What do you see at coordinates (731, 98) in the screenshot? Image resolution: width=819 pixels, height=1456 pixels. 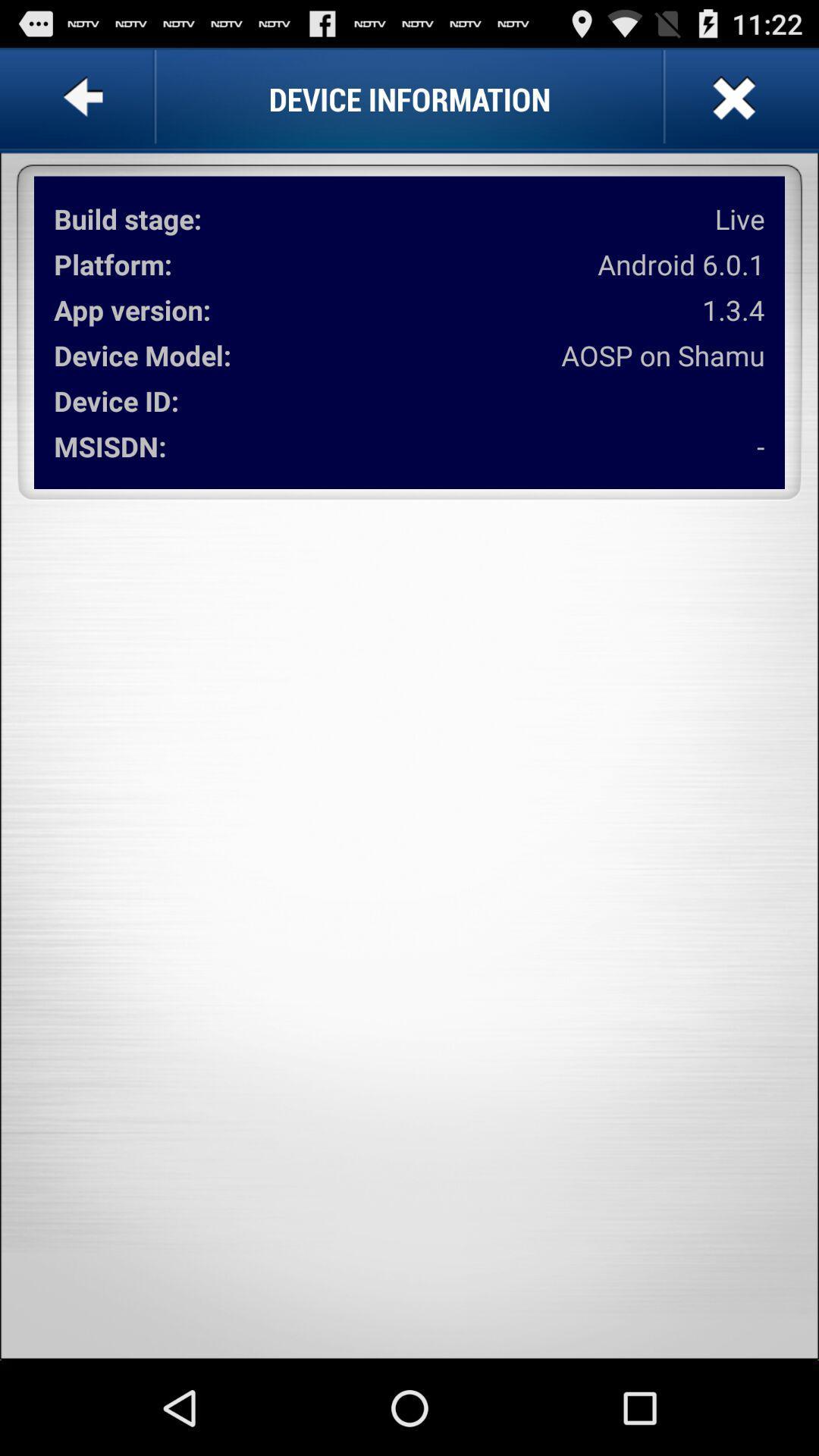 I see `item to the right of the device information app` at bounding box center [731, 98].